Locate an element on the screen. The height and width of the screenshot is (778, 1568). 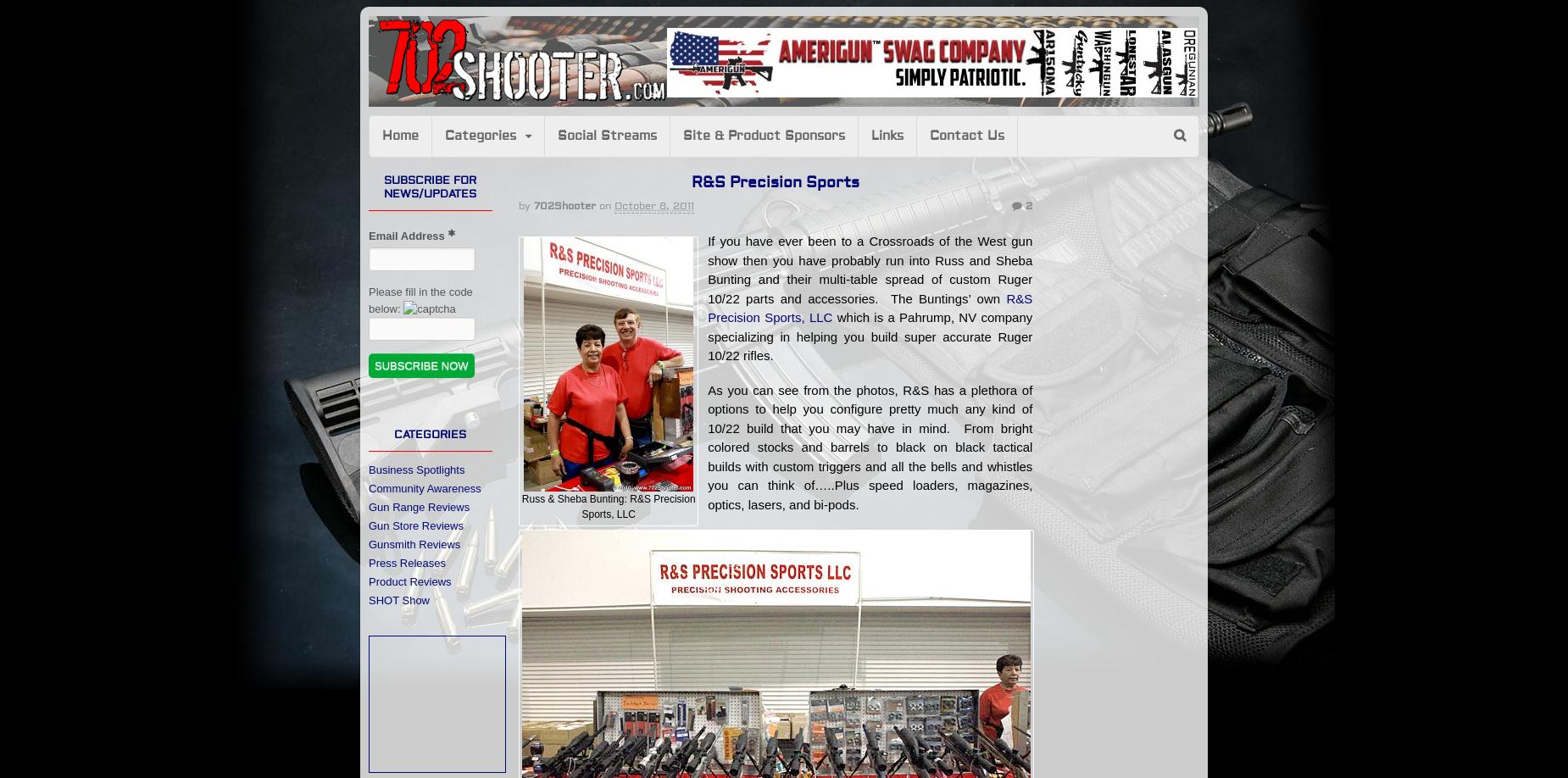
'Russ & Sheba Bunting: R&S Precision Sports, LLC' is located at coordinates (608, 505).